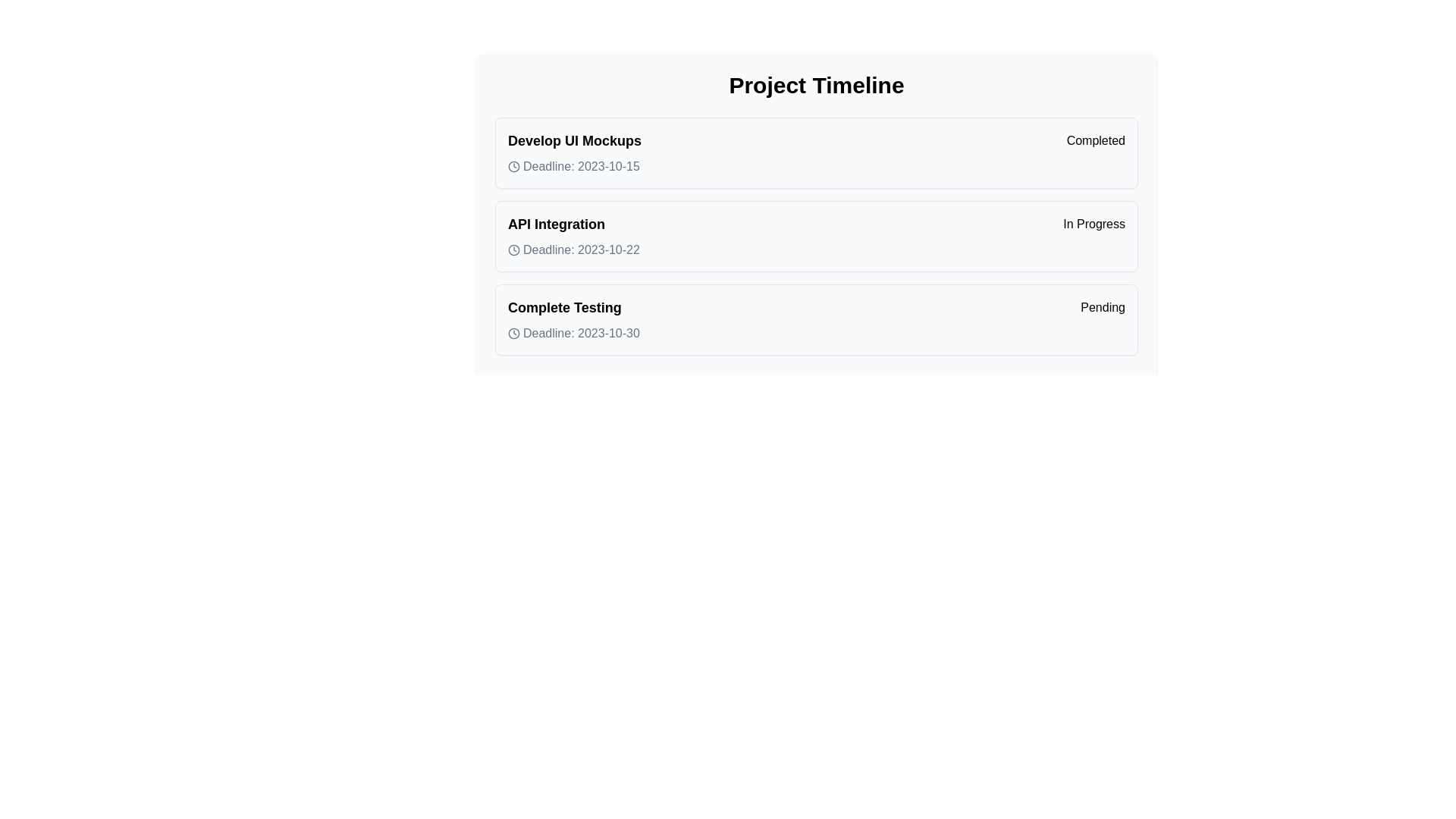  Describe the element at coordinates (815, 237) in the screenshot. I see `the timeline entry list item titled 'API Integration' with the status 'In Progress' and deadline 'Deadline: 2023-10-22'` at that location.